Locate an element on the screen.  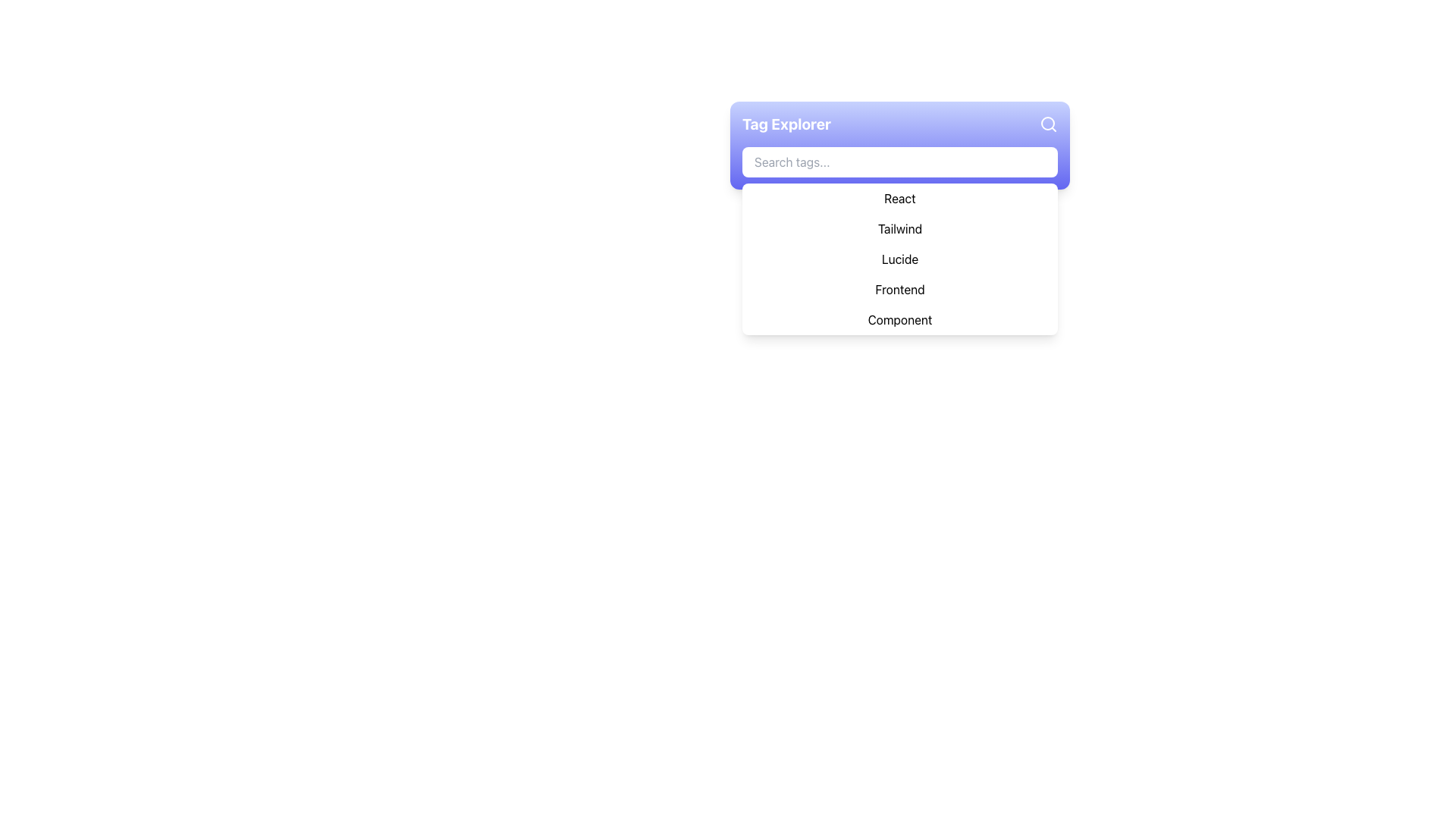
the inner circle of the magnifying glass icon located at the top-right corner of the interface, which is purely decorative and does not have any interactive functionality is located at coordinates (1047, 122).